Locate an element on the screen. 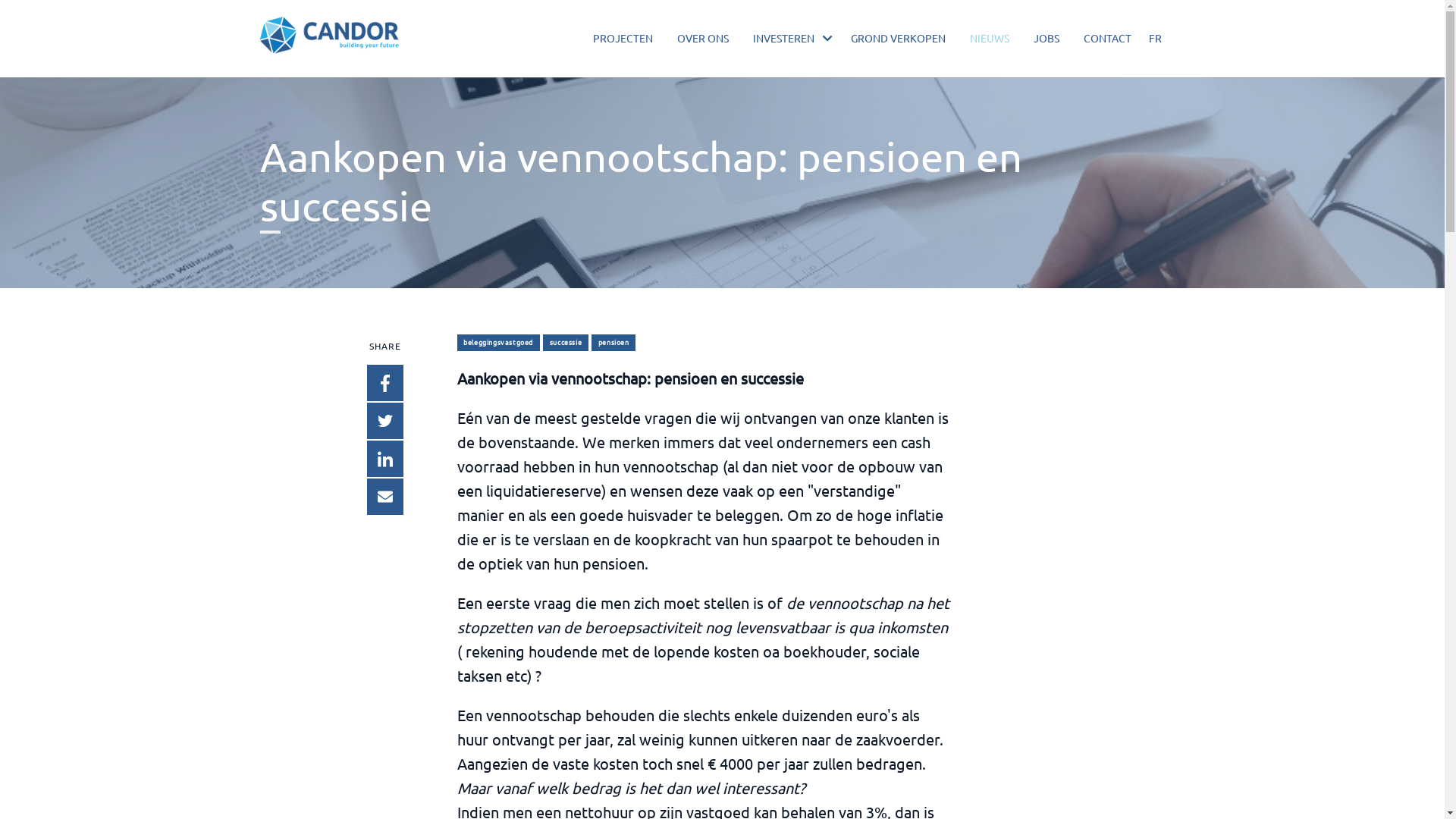 This screenshot has height=819, width=1456. 'JOBS' is located at coordinates (1046, 37).